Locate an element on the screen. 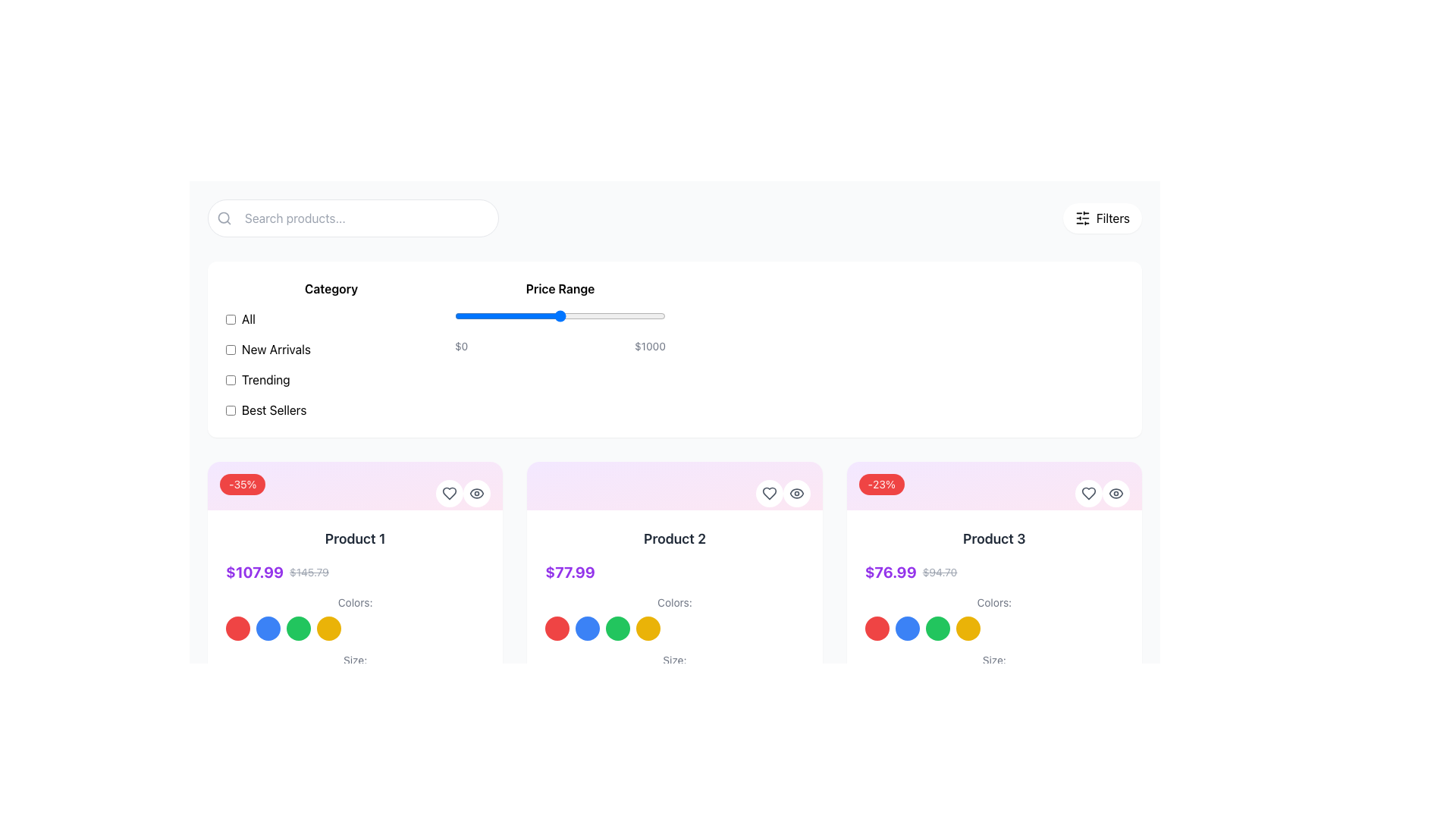  the text label displaying the previous price '$145.79' within the 'Product 1' card, which is styled with a line-through effect to indicate it is a discounted price is located at coordinates (309, 573).